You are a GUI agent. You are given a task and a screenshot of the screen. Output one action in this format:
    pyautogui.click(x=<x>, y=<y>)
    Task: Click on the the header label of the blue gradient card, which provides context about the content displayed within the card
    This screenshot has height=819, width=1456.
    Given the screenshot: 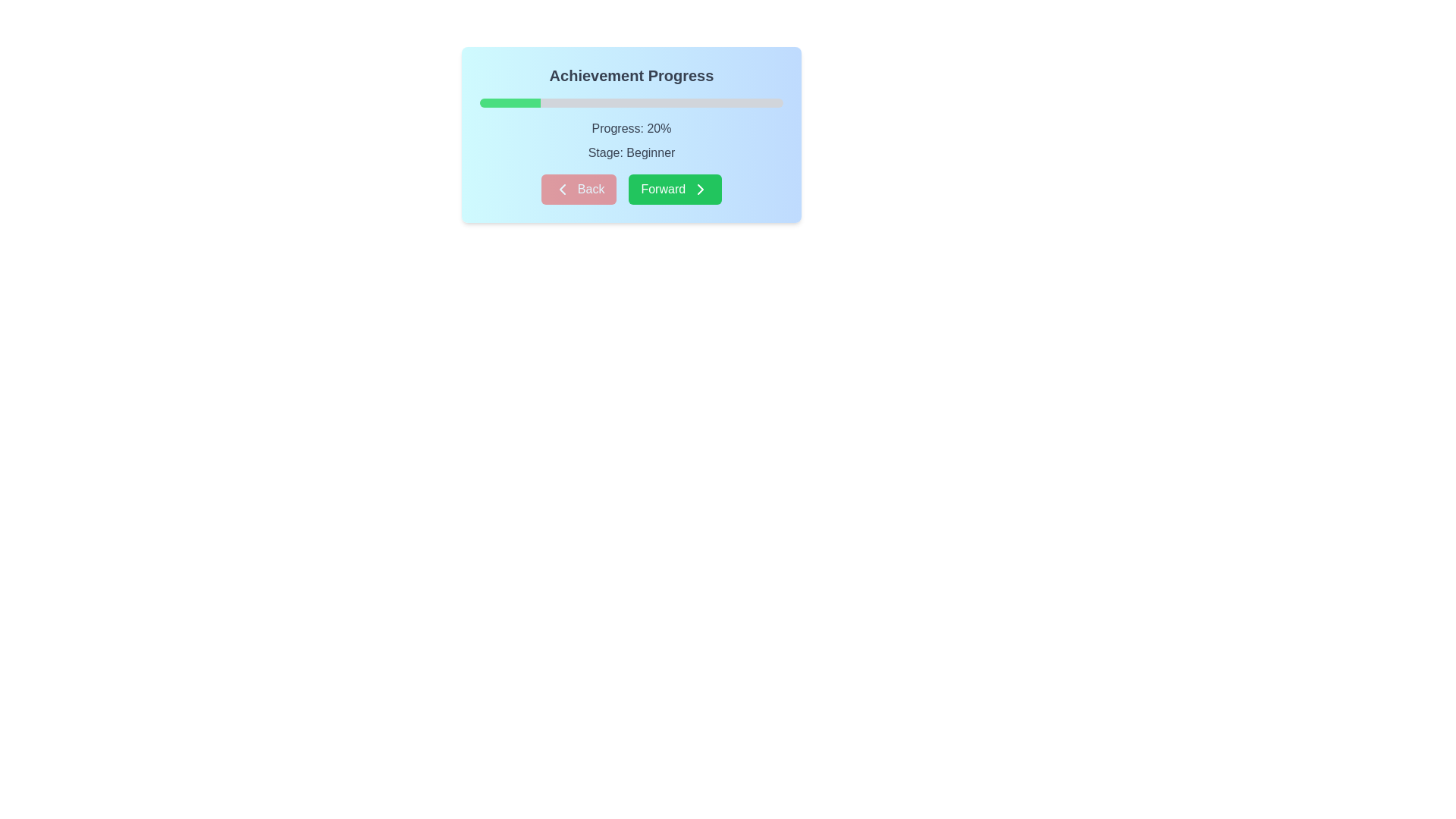 What is the action you would take?
    pyautogui.click(x=632, y=76)
    